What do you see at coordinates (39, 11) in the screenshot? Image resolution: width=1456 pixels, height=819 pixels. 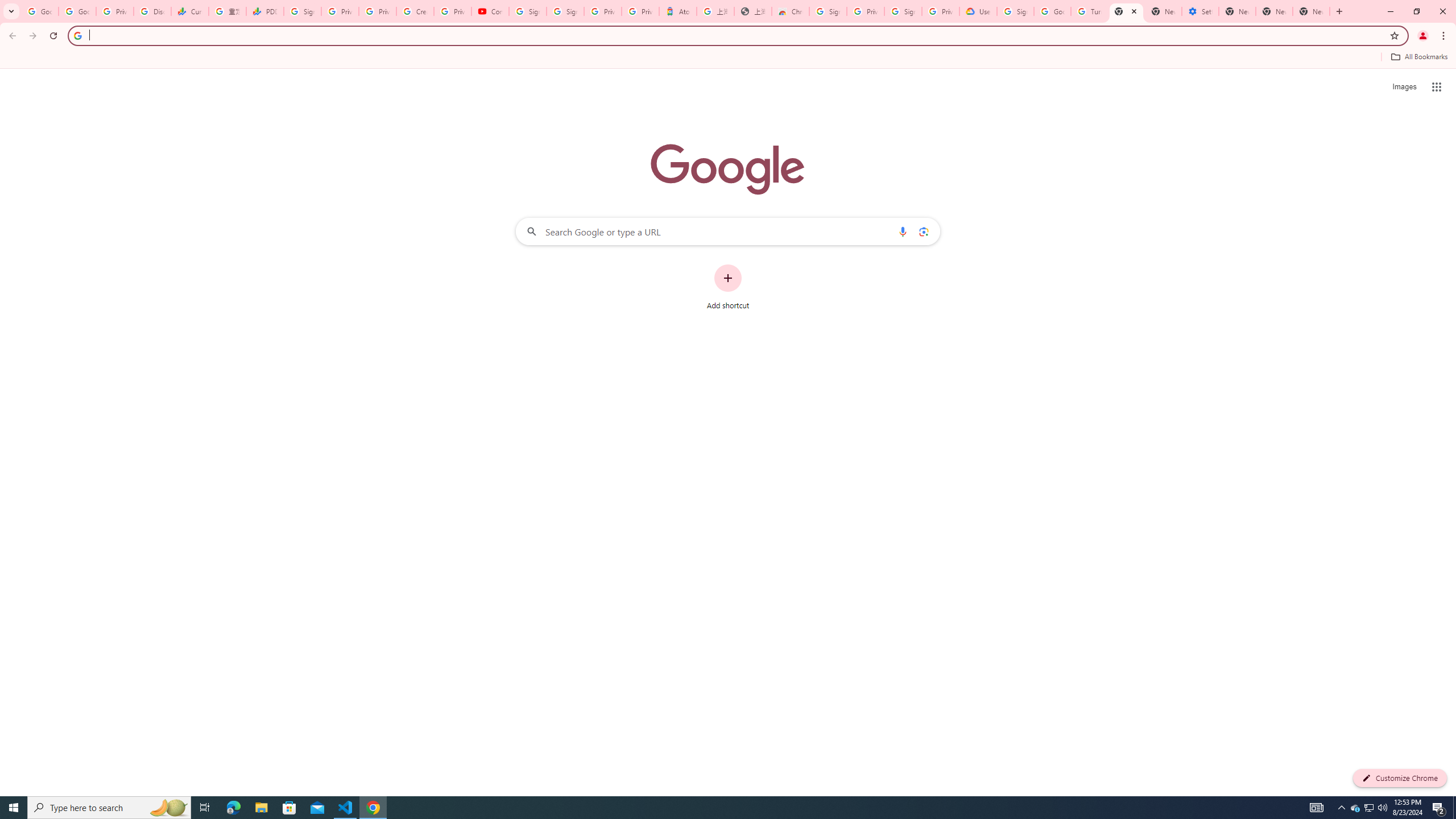 I see `'Google Workspace Admin Community'` at bounding box center [39, 11].